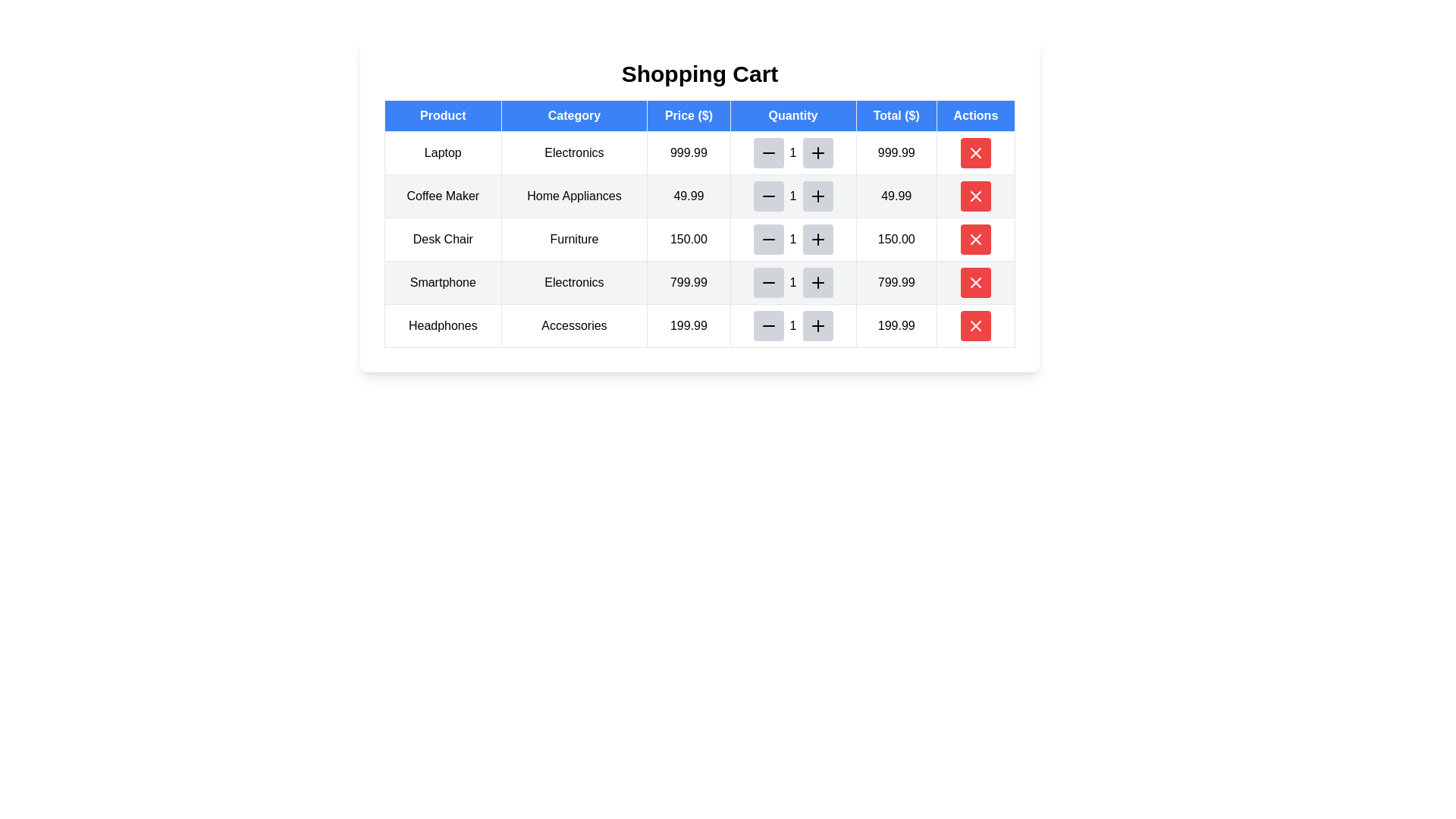  I want to click on the plus button in the third row of the shopping cart table, so click(817, 239).